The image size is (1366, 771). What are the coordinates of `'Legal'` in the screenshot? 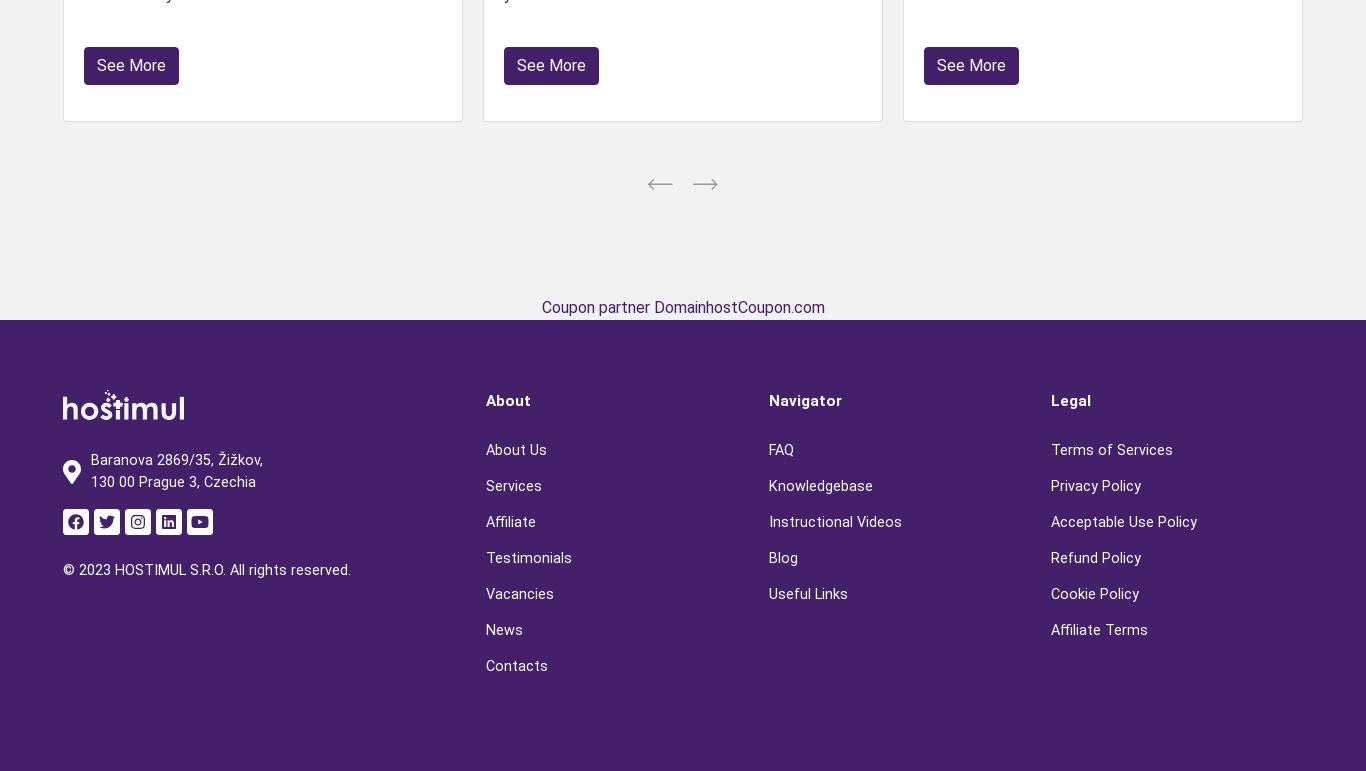 It's located at (1068, 399).